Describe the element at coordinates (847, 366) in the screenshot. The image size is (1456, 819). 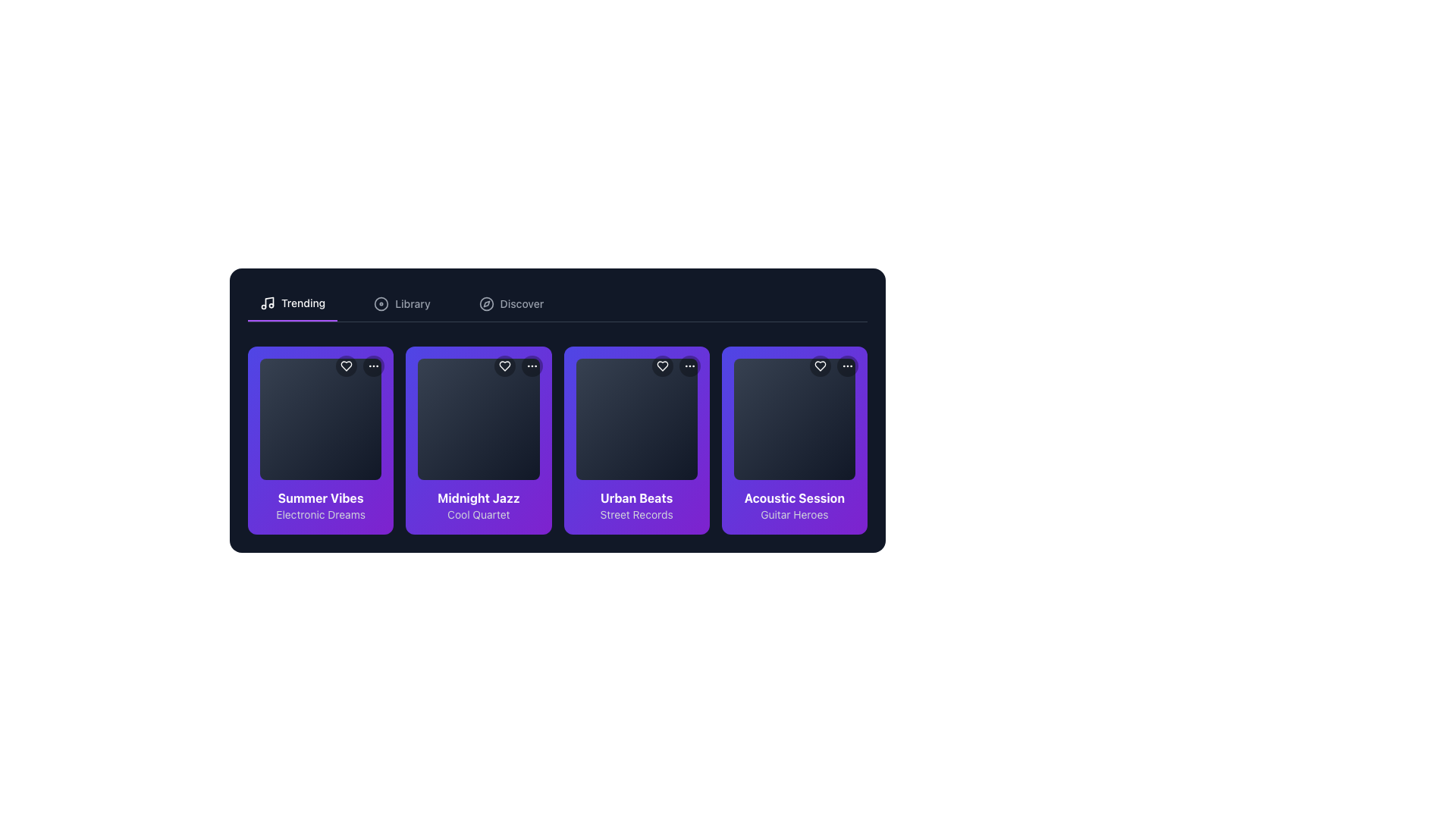
I see `the circular button with a semi-transparent black background and three white dots at the top-right corner of the 'Acoustic Session' card` at that location.